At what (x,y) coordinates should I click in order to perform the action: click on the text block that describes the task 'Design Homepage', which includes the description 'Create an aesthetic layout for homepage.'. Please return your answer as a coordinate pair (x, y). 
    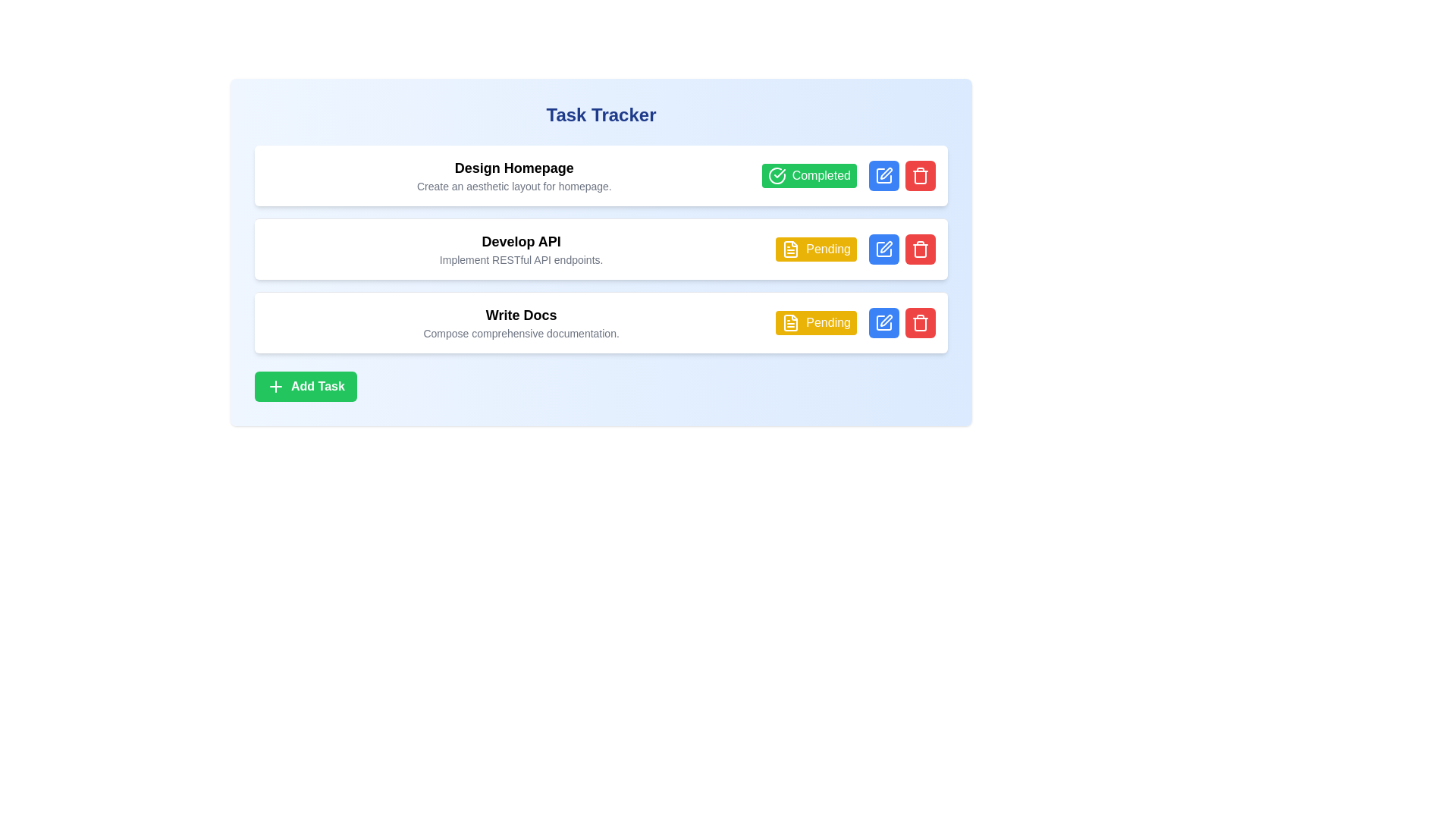
    Looking at the image, I should click on (514, 174).